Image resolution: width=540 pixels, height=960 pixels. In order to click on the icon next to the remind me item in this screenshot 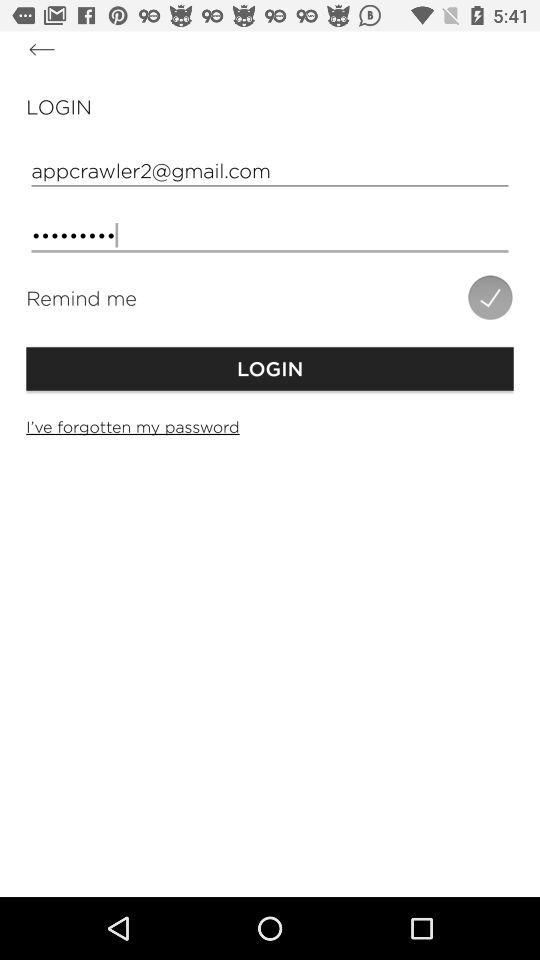, I will do `click(489, 296)`.